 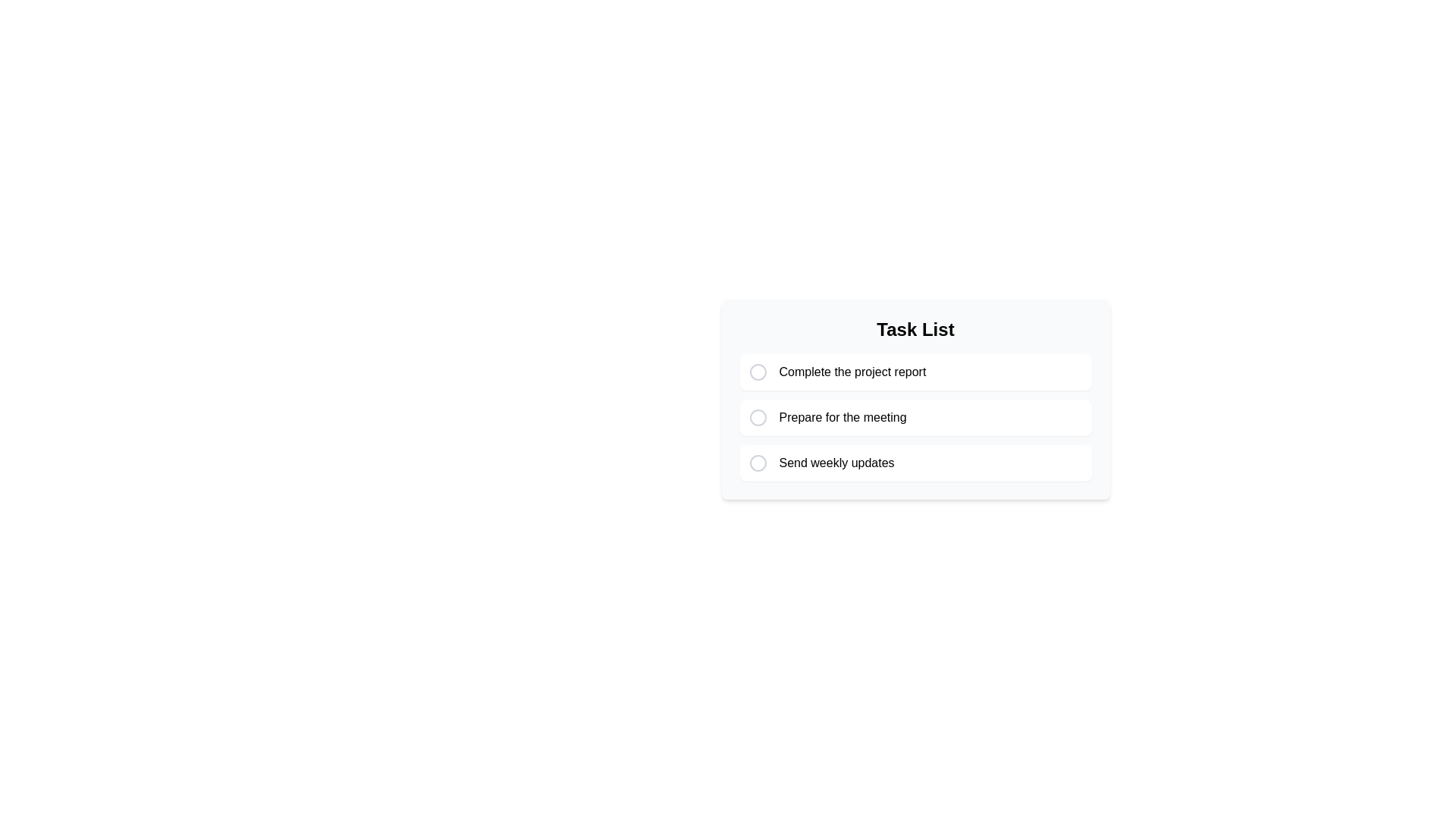 I want to click on the second Task item in the Task List section, which is located between 'Complete the project report' and 'Send weekly updates', so click(x=915, y=418).